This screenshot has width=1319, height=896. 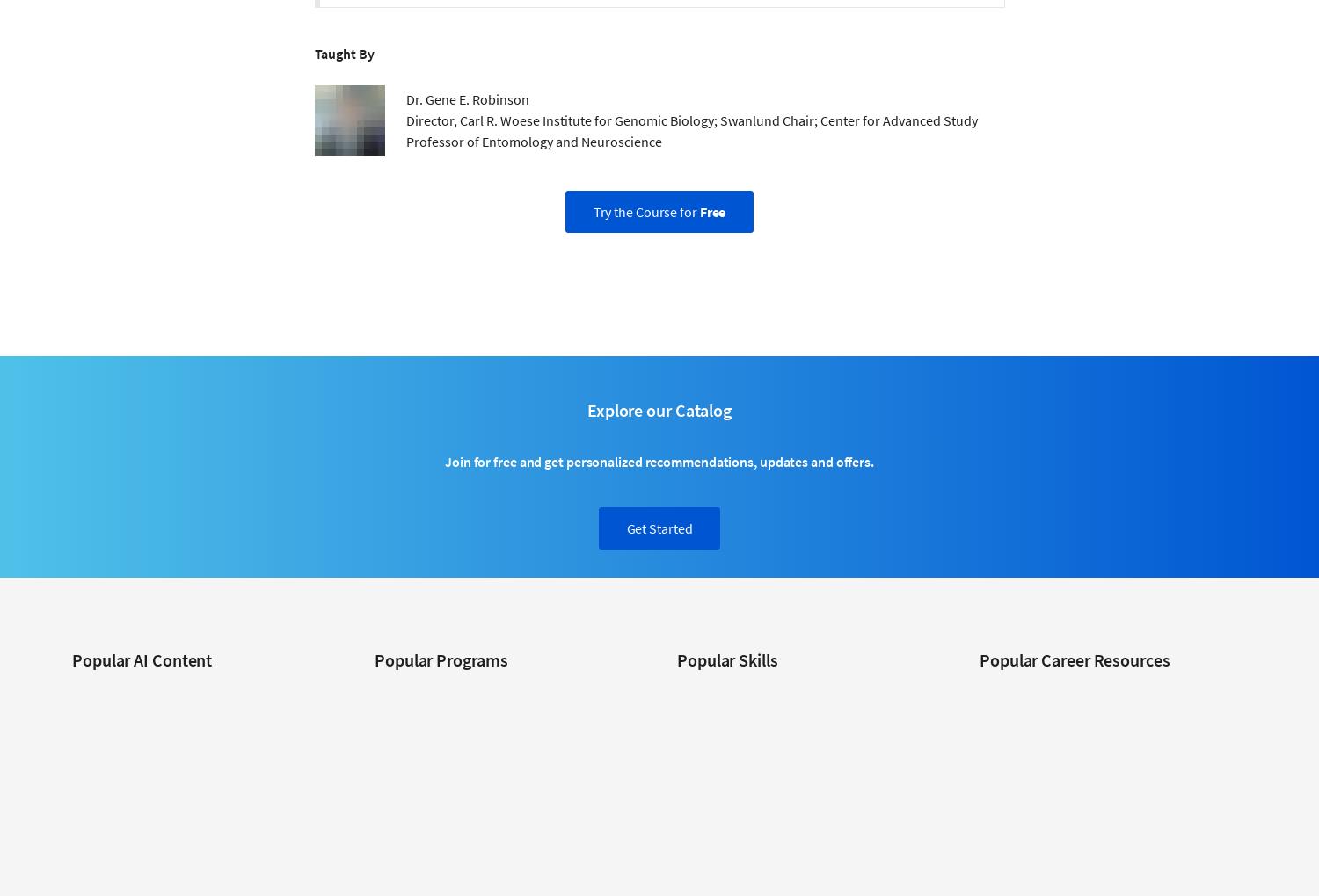 I want to click on 'Director, Carl R. Woese Institute for Genomic Biology; Swanlund Chair; Center for Advanced Study Professor of Entomology and Neuroscience', so click(x=691, y=130).